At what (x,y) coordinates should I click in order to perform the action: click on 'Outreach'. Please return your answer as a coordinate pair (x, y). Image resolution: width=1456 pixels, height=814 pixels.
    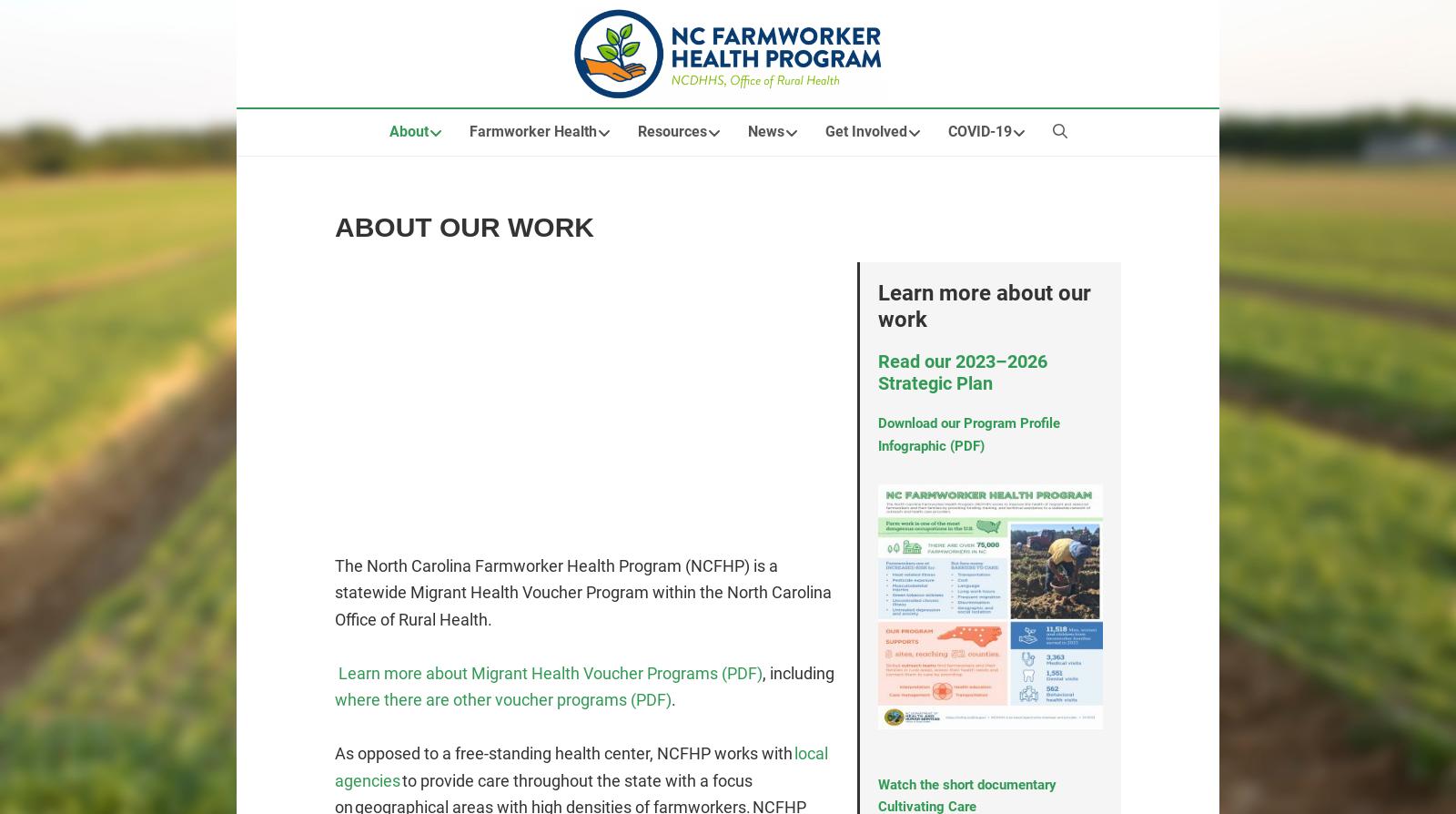
    Looking at the image, I should click on (255, 196).